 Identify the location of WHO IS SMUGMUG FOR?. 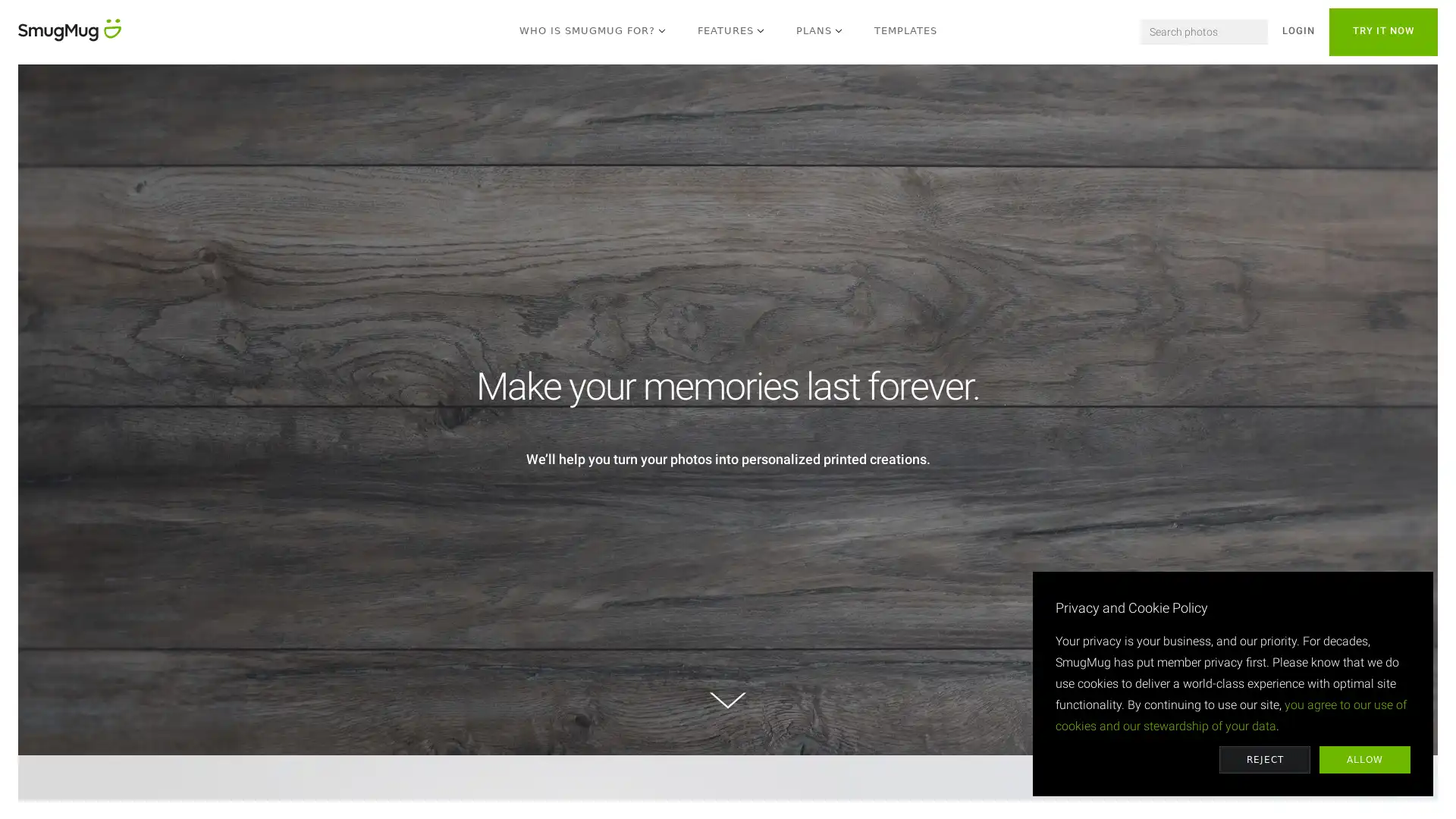
(592, 32).